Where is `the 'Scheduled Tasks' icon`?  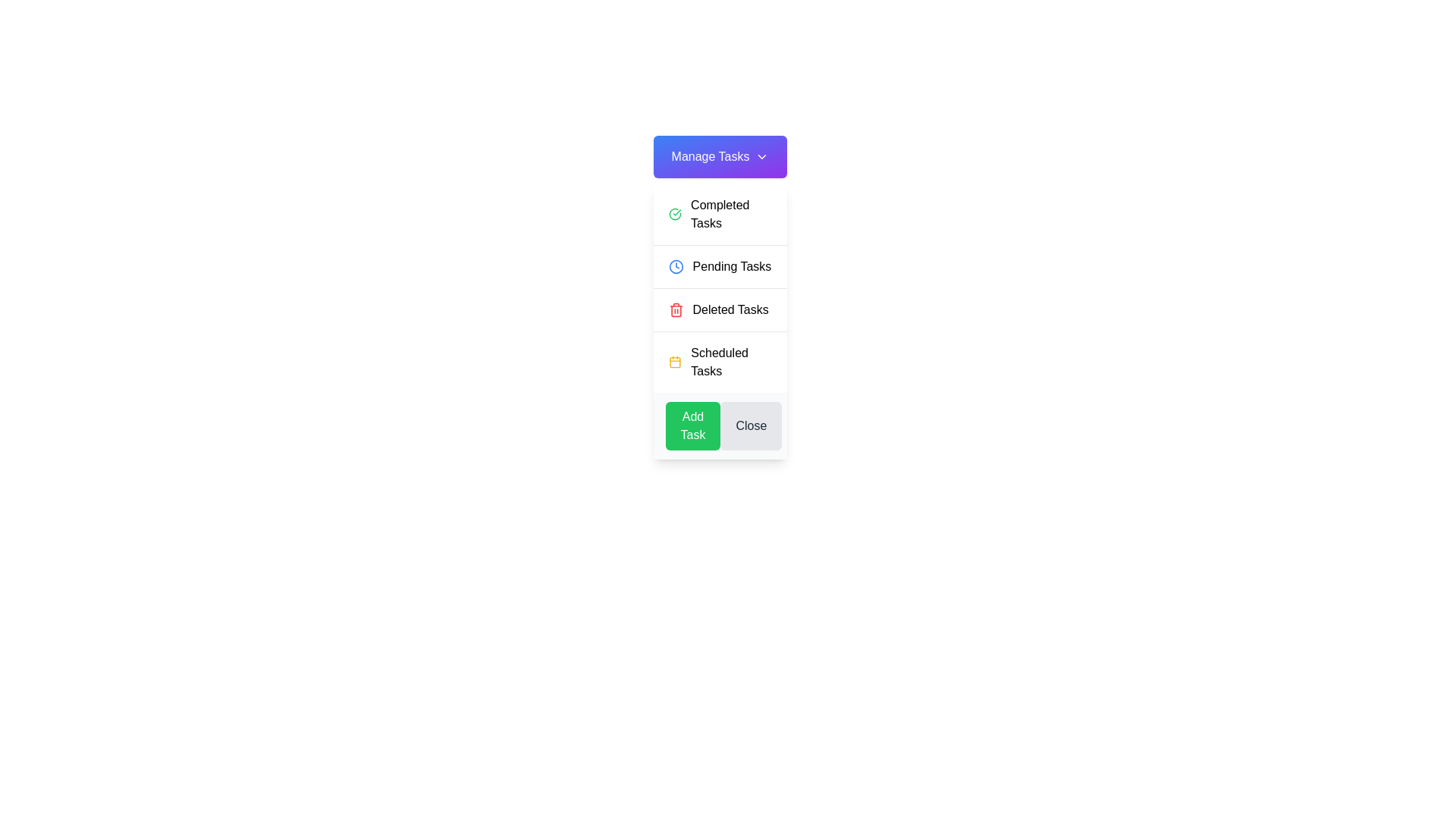 the 'Scheduled Tasks' icon is located at coordinates (674, 362).